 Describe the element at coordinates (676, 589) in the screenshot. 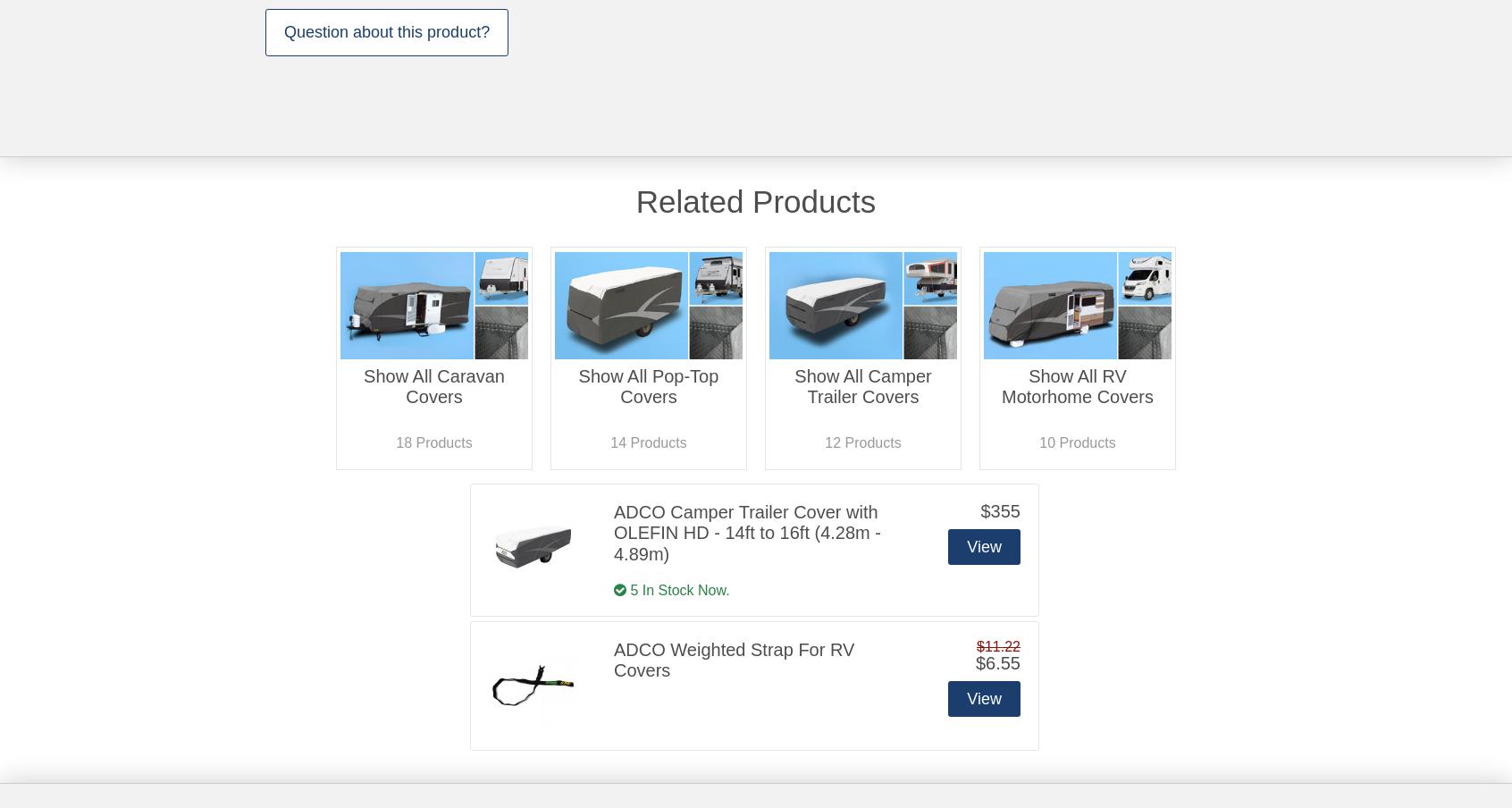

I see `'5 In Stock Now.'` at that location.